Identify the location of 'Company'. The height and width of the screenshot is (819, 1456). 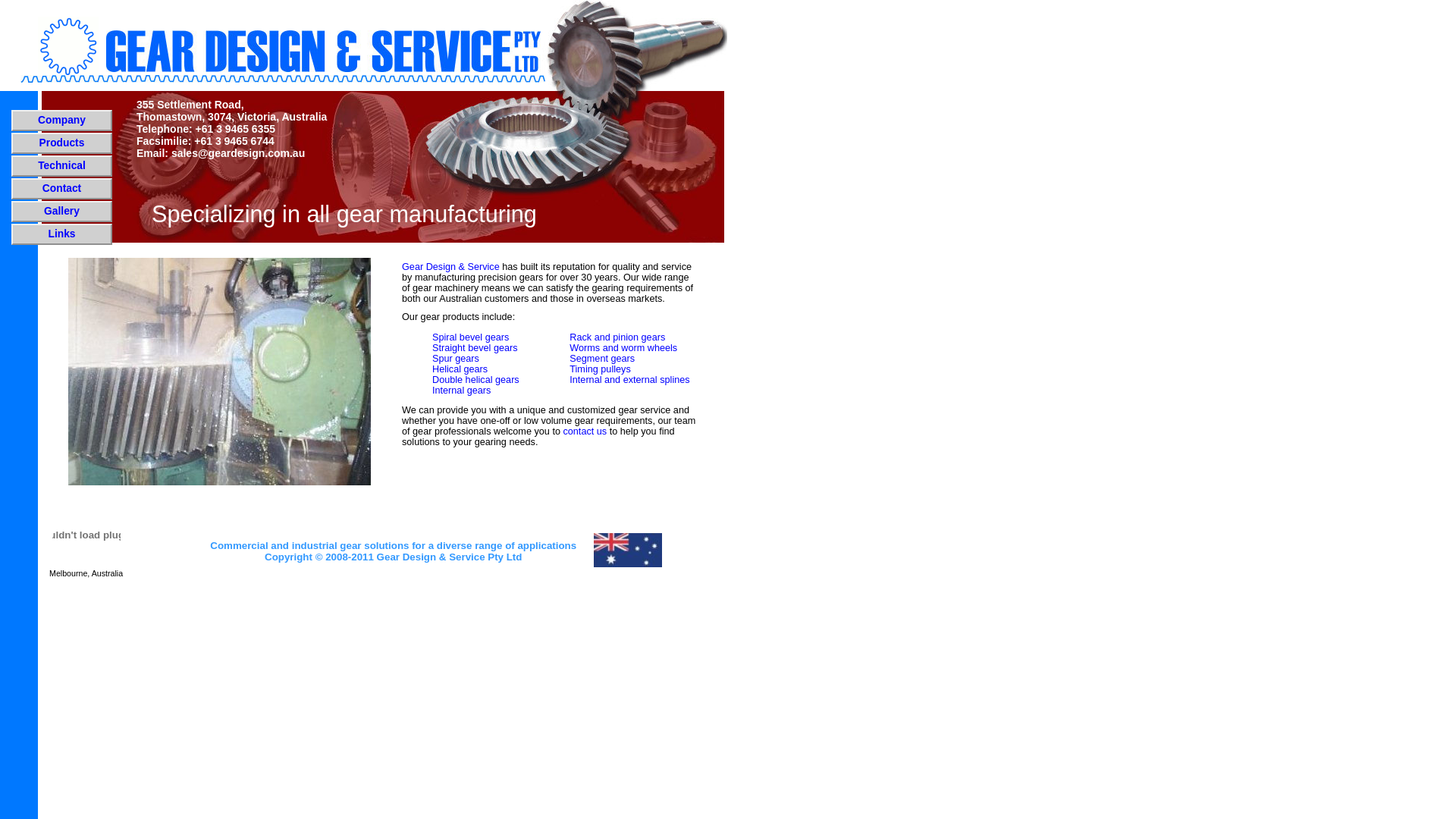
(61, 119).